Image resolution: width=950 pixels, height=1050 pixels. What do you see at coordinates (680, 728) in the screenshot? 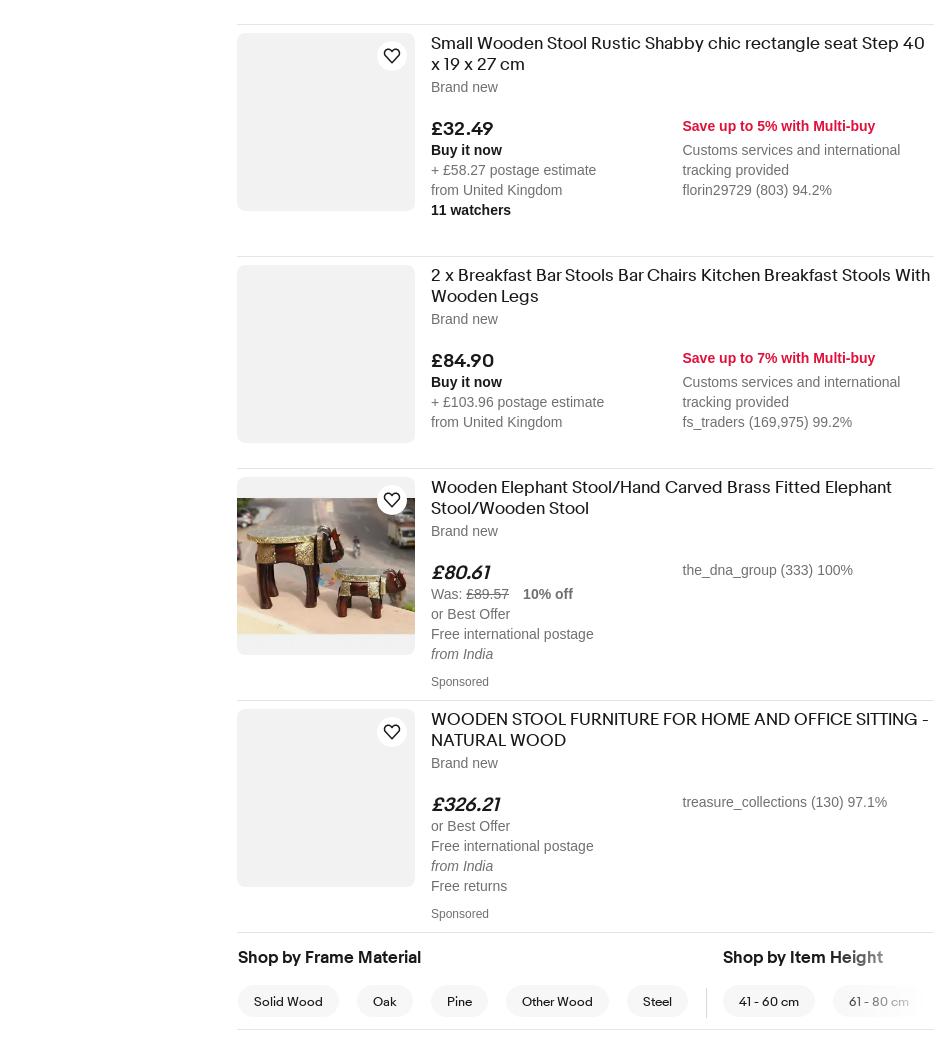
I see `'WOODEN STOOL FURNITURE FOR HOME AND OFFICE SITTING - NATURAL WOOD'` at bounding box center [680, 728].